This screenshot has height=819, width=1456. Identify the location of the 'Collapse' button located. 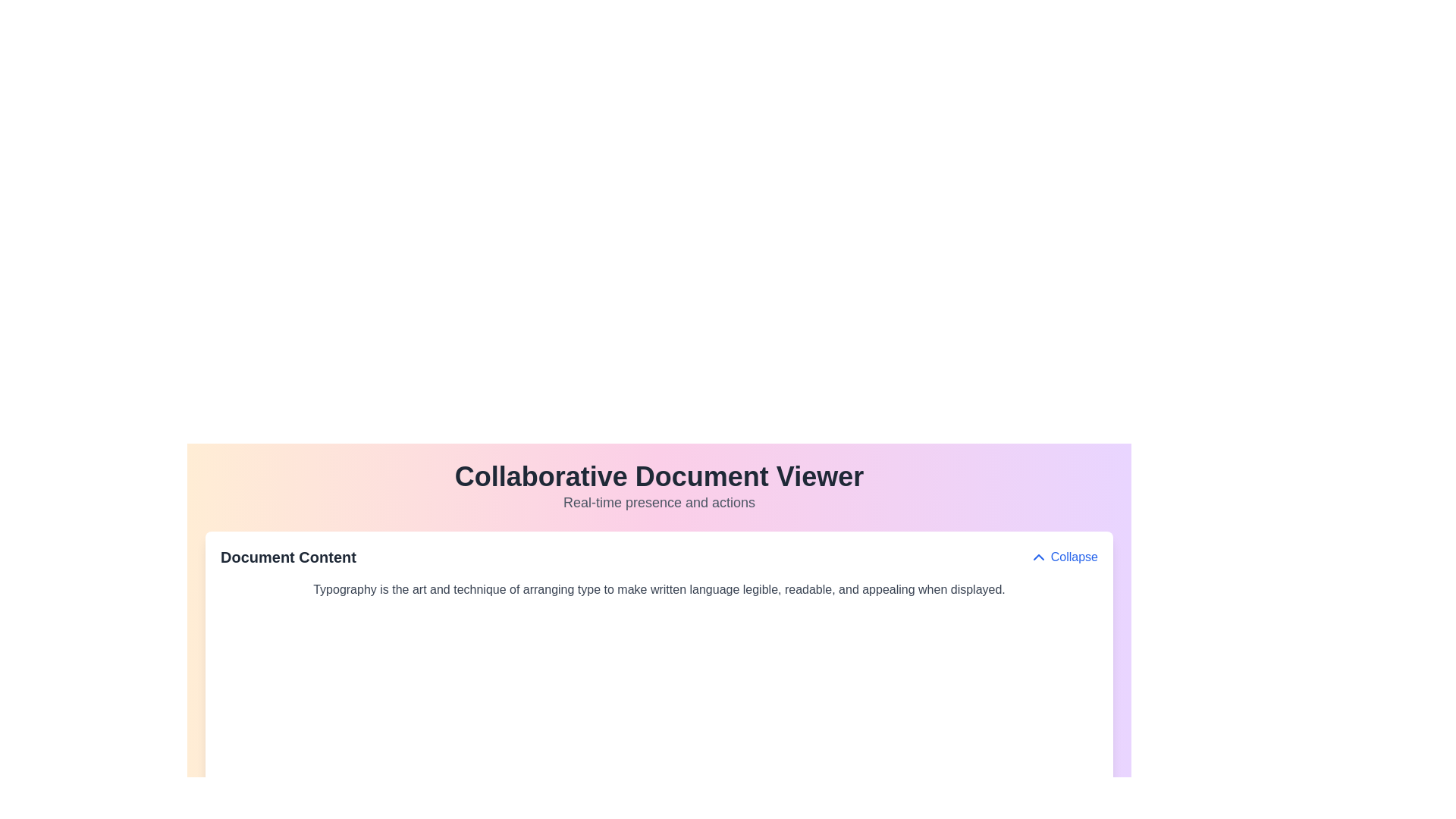
(1062, 557).